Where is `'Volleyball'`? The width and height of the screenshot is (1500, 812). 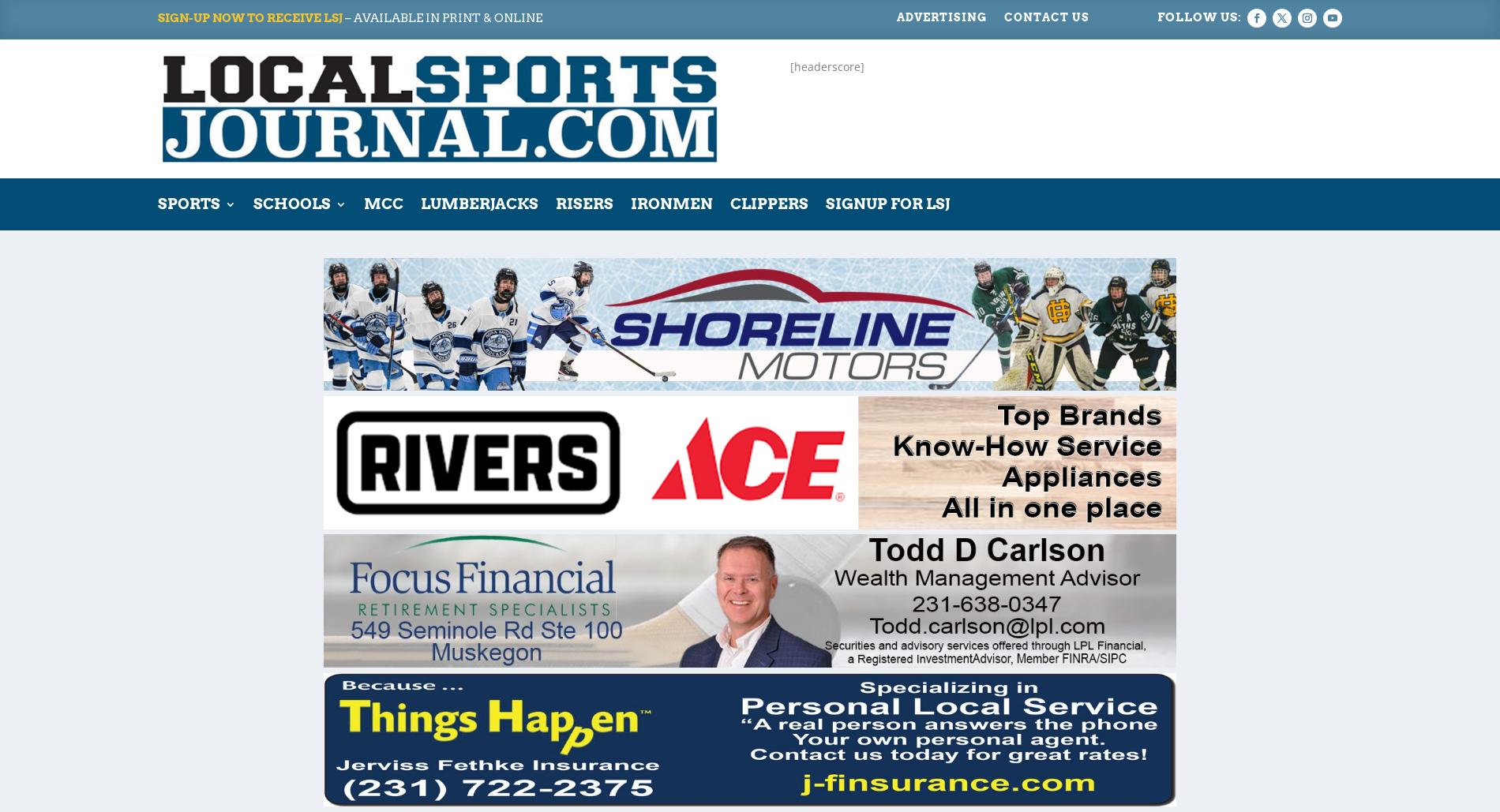 'Volleyball' is located at coordinates (231, 743).